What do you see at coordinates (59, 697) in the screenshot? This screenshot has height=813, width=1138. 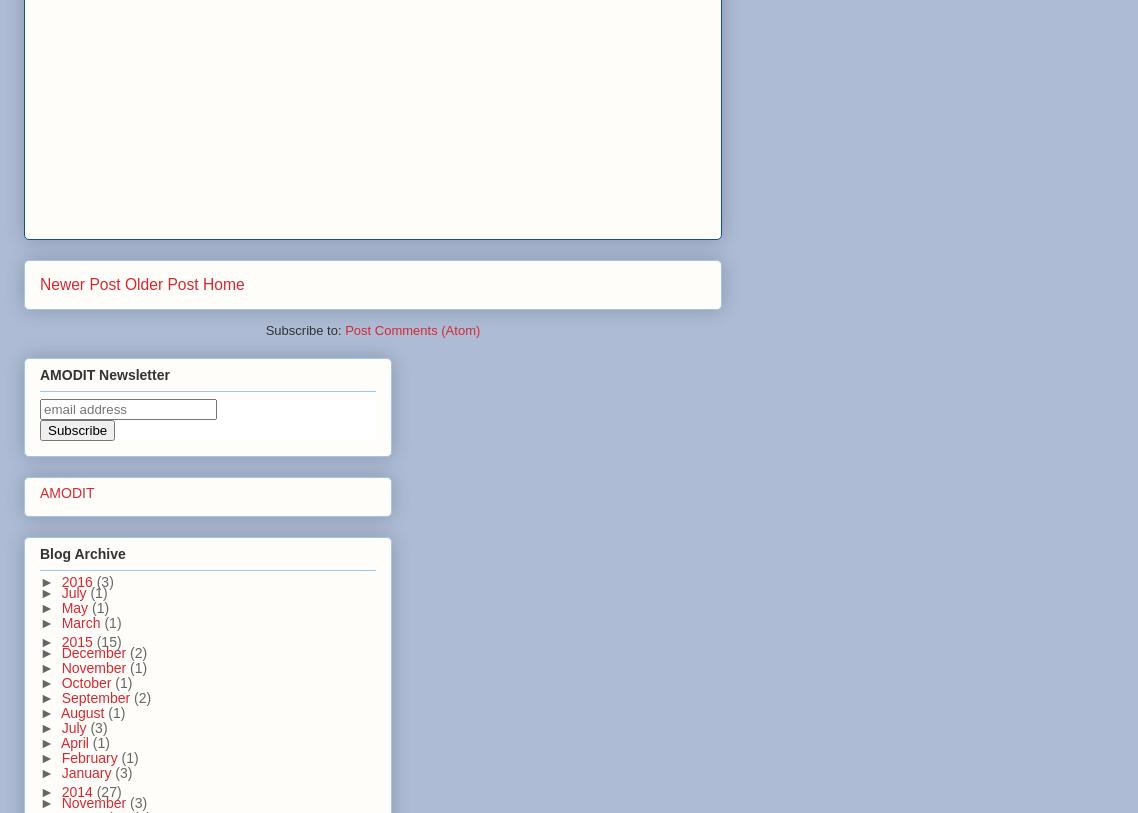 I see `'September'` at bounding box center [59, 697].